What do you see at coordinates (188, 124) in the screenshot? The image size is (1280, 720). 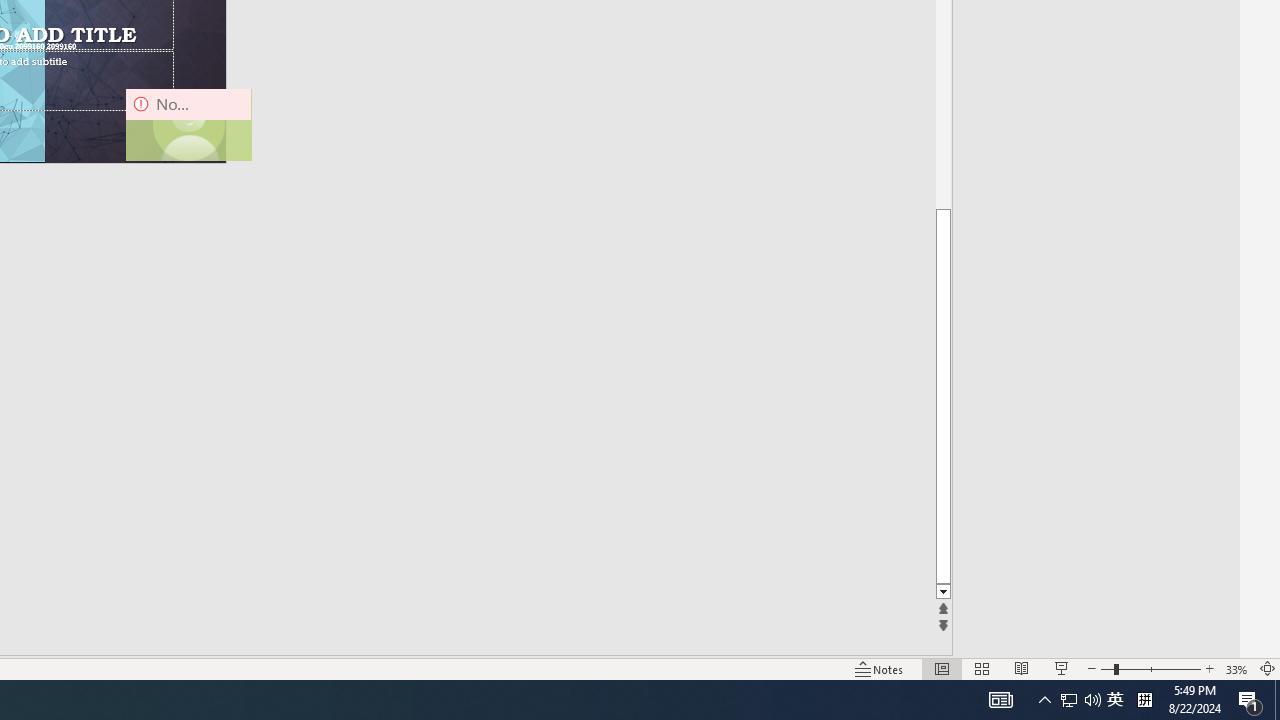 I see `'Camera 11, No camera detected.'` at bounding box center [188, 124].